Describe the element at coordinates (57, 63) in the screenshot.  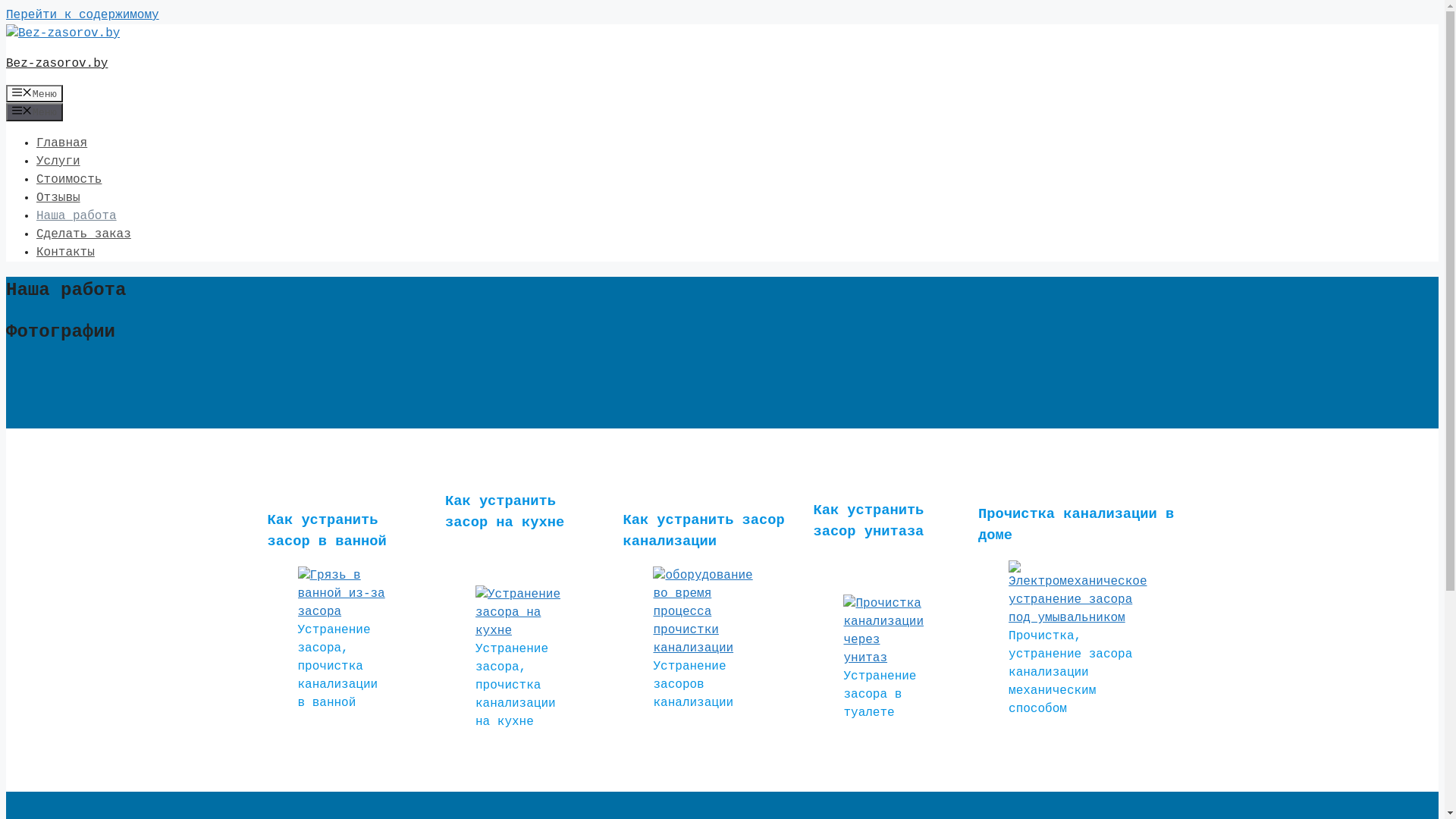
I see `'Bez-zasorov.by'` at that location.